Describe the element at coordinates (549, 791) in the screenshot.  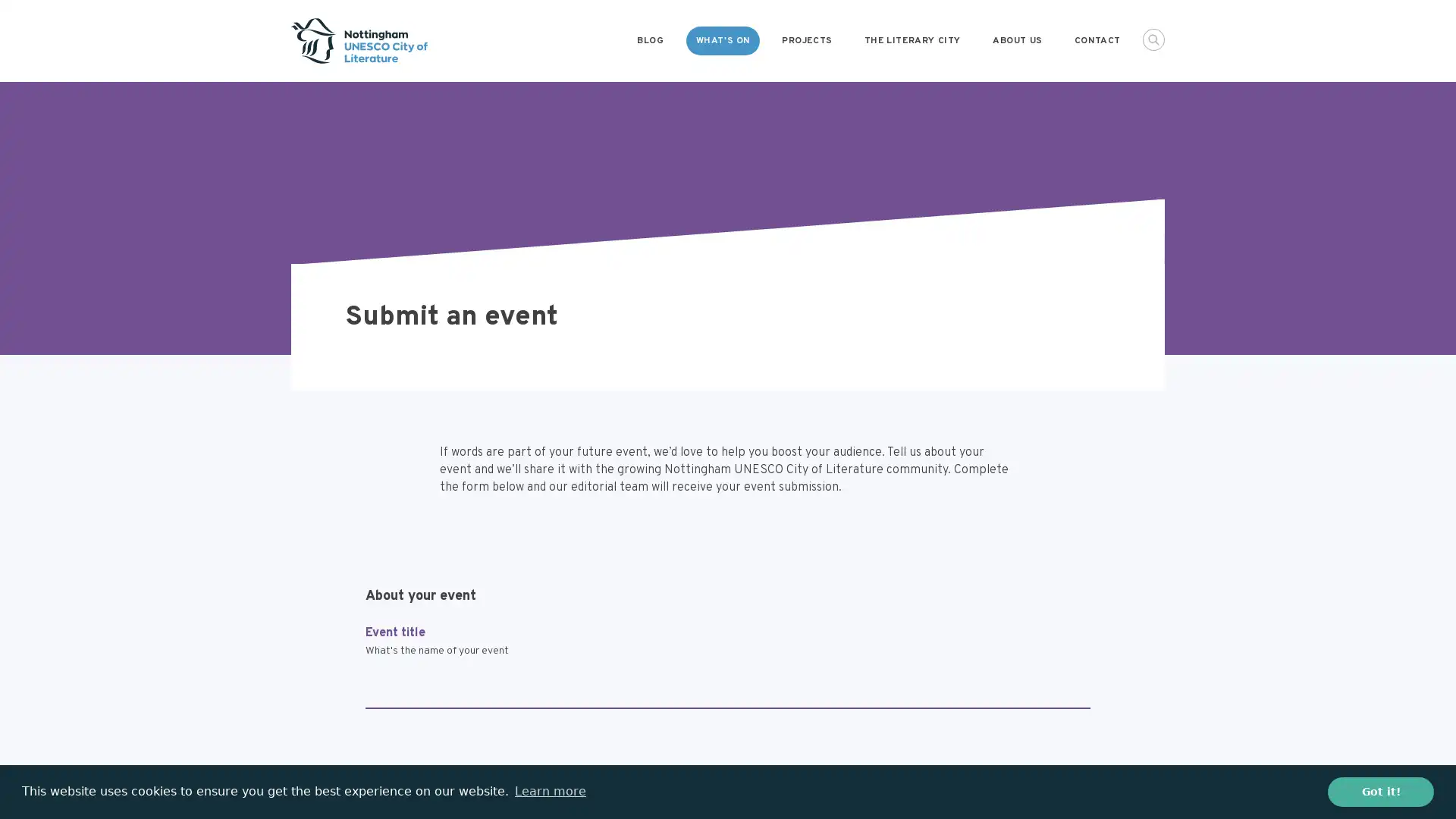
I see `learn more about cookies` at that location.